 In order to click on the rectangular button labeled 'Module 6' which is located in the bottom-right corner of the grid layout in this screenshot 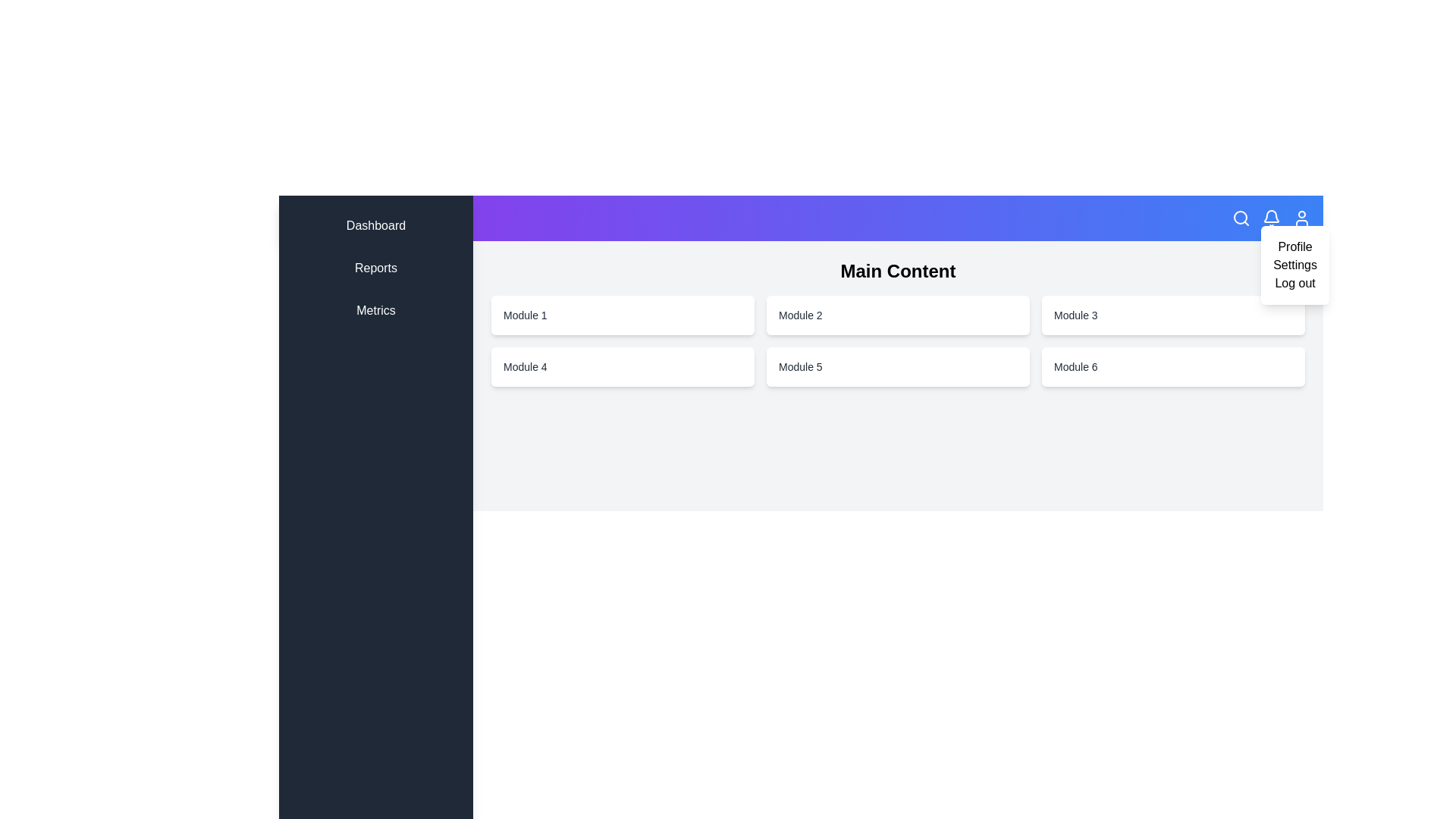, I will do `click(1172, 366)`.